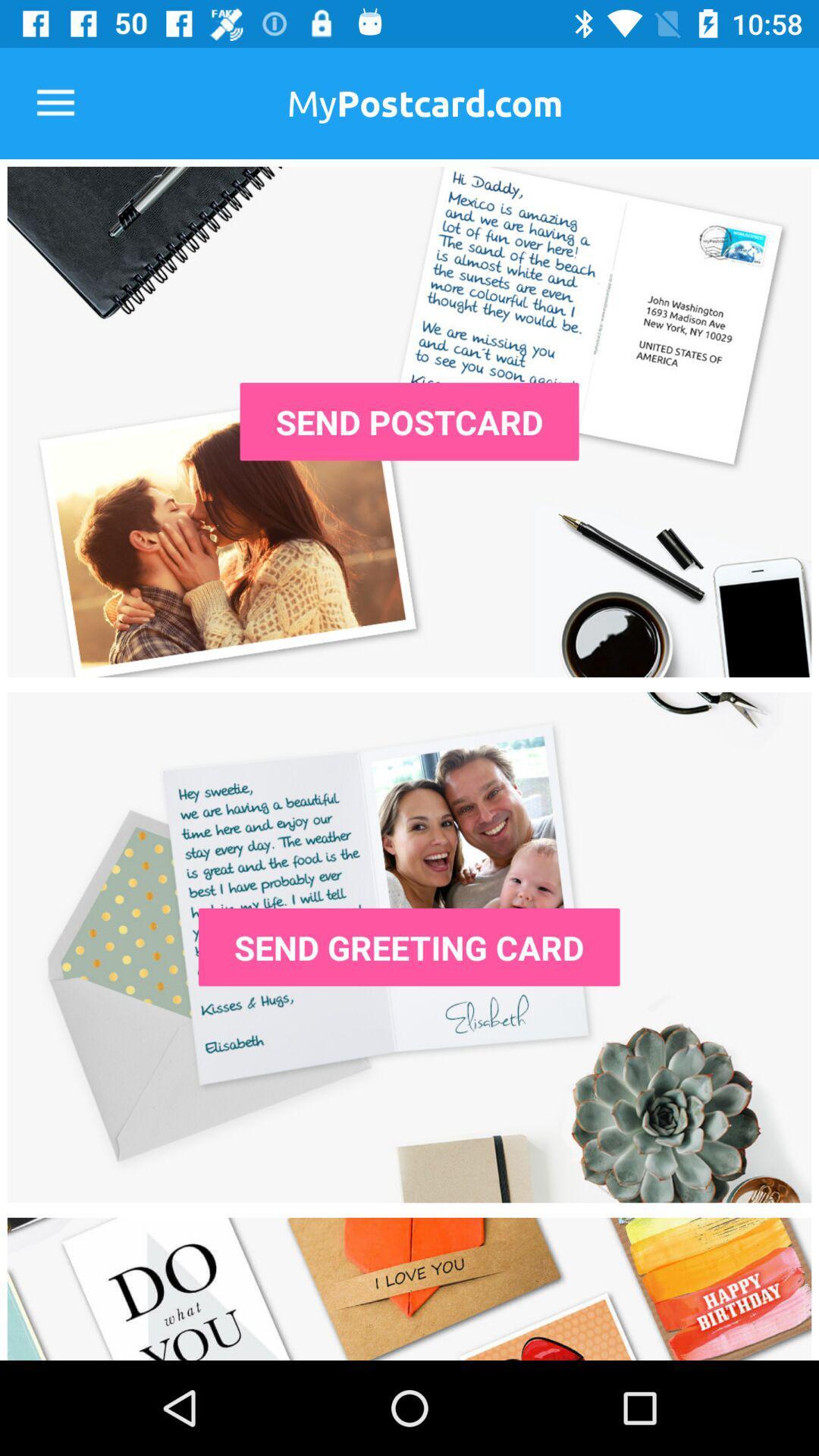 The image size is (819, 1456). I want to click on send postcard item, so click(409, 422).